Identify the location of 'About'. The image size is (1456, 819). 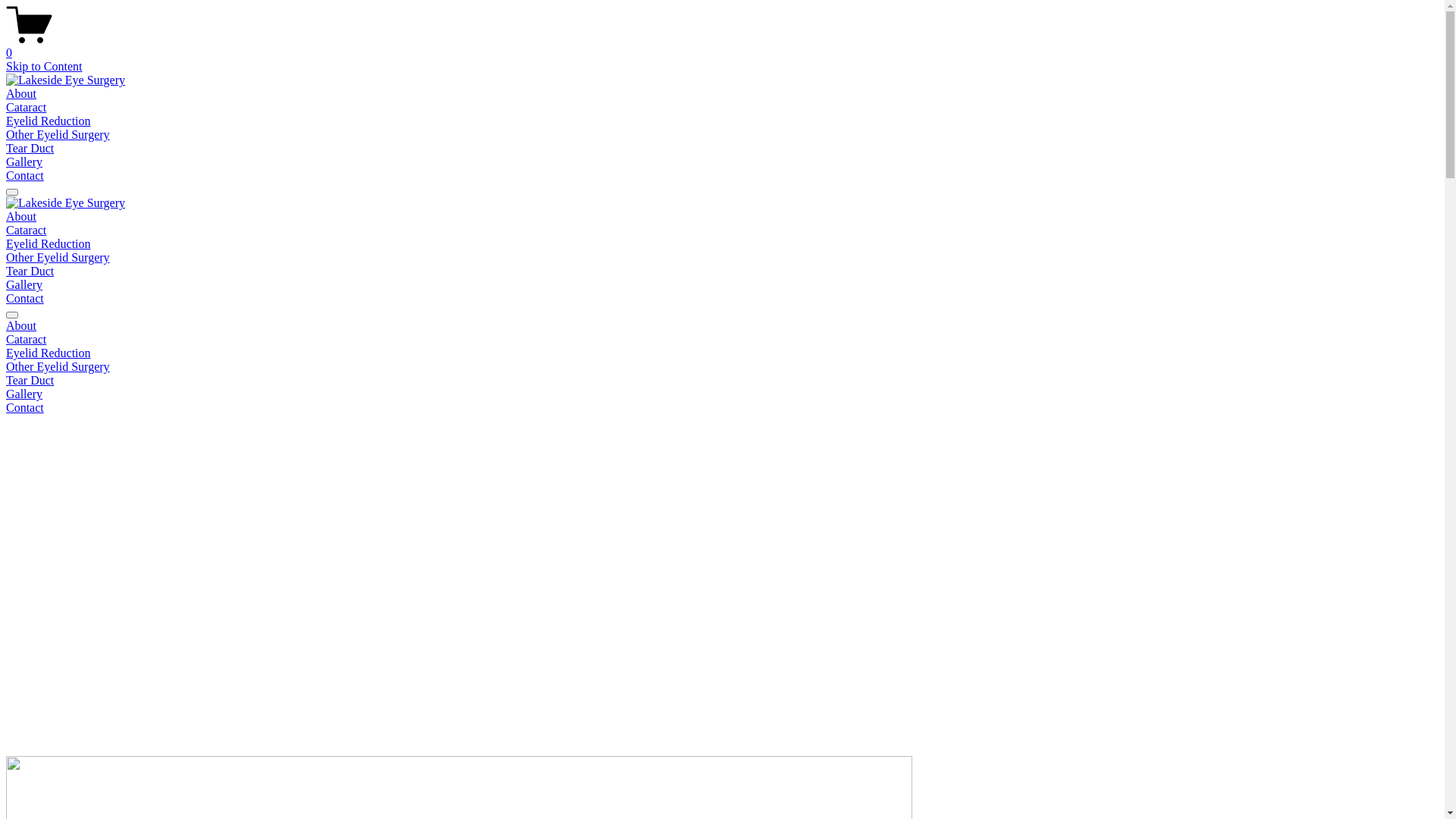
(21, 93).